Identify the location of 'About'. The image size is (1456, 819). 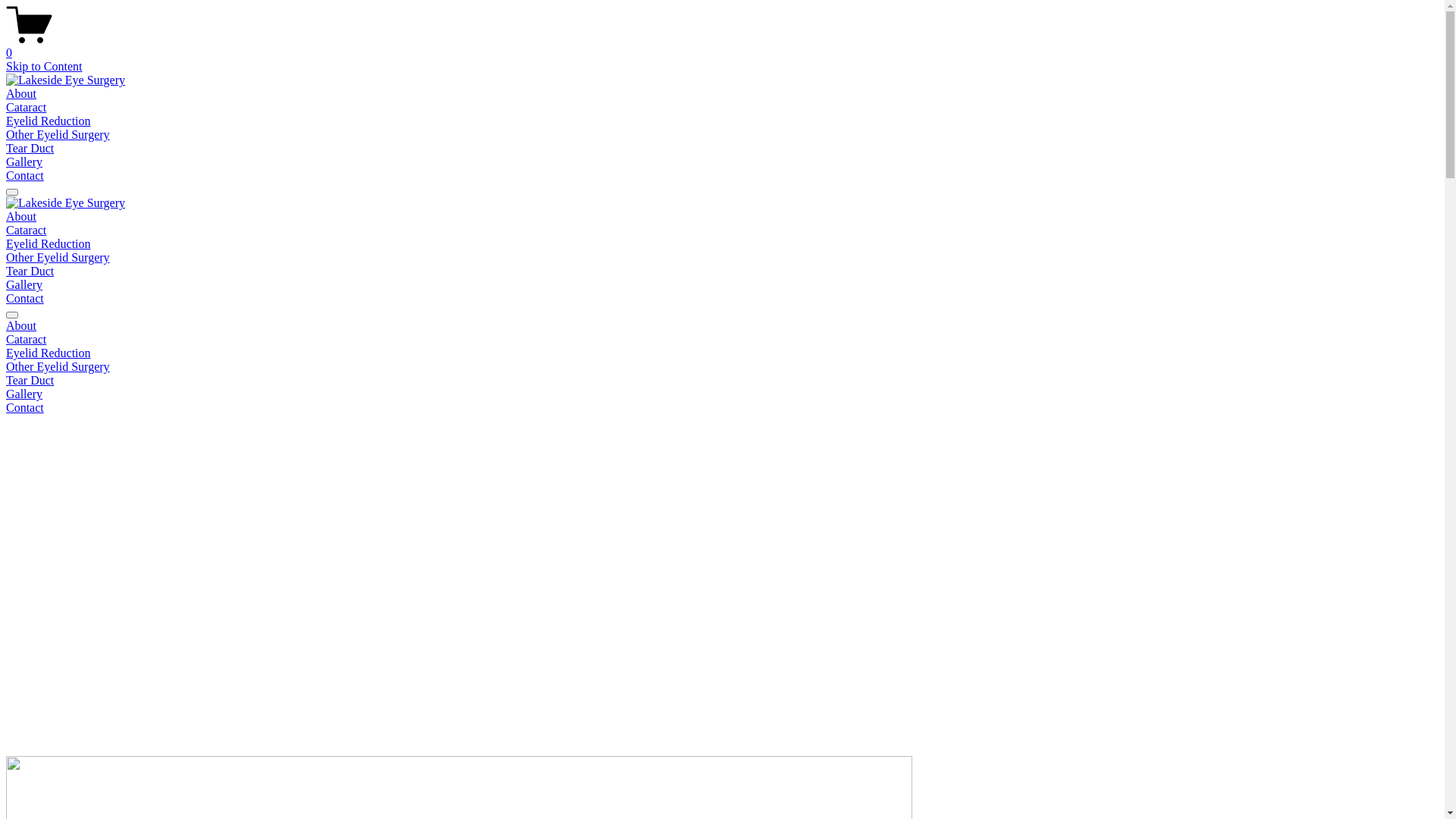
(21, 93).